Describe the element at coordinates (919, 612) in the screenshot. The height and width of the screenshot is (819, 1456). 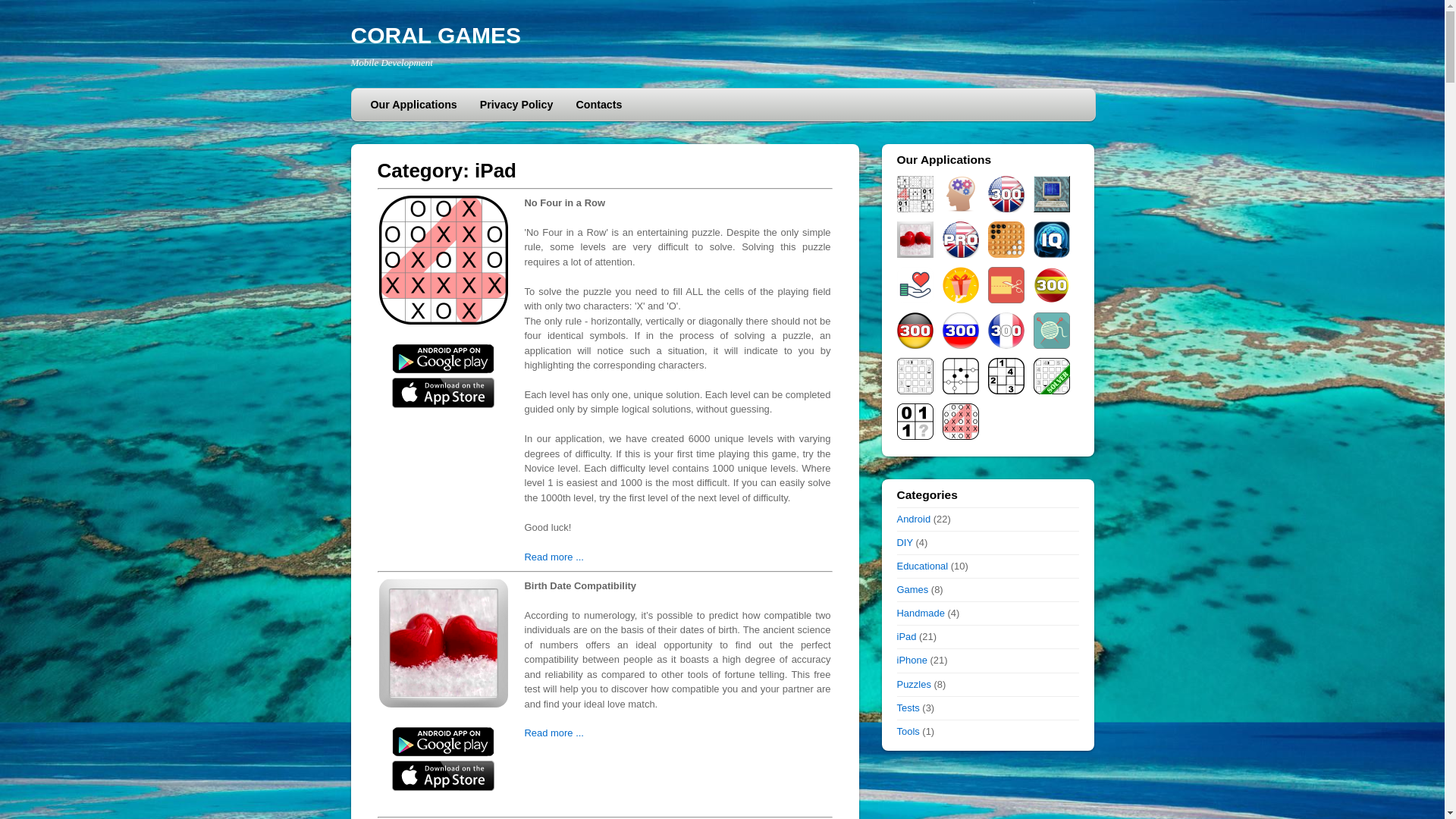
I see `'Handmade'` at that location.